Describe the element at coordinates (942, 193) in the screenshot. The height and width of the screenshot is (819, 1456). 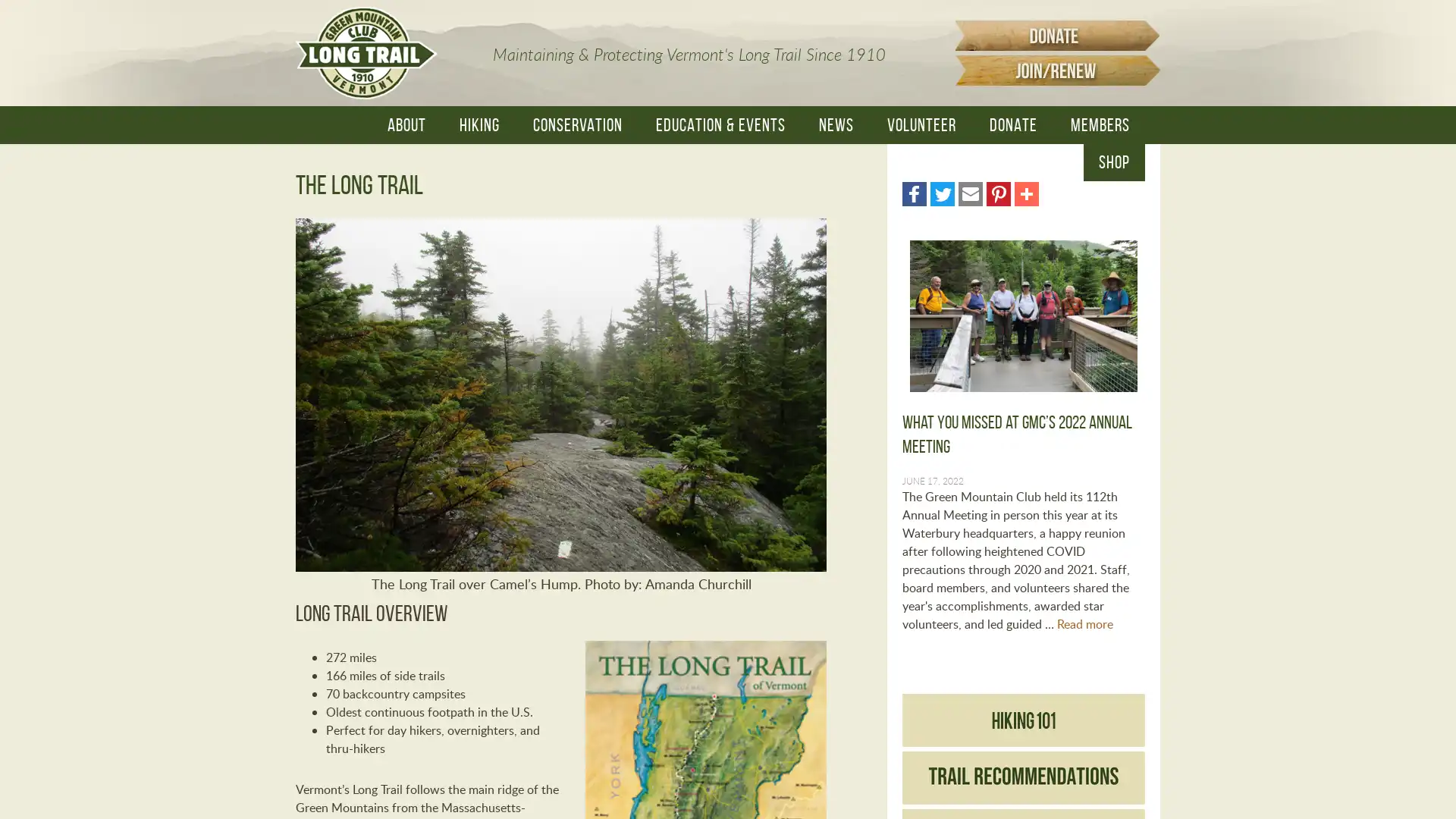
I see `Share to Twitter` at that location.